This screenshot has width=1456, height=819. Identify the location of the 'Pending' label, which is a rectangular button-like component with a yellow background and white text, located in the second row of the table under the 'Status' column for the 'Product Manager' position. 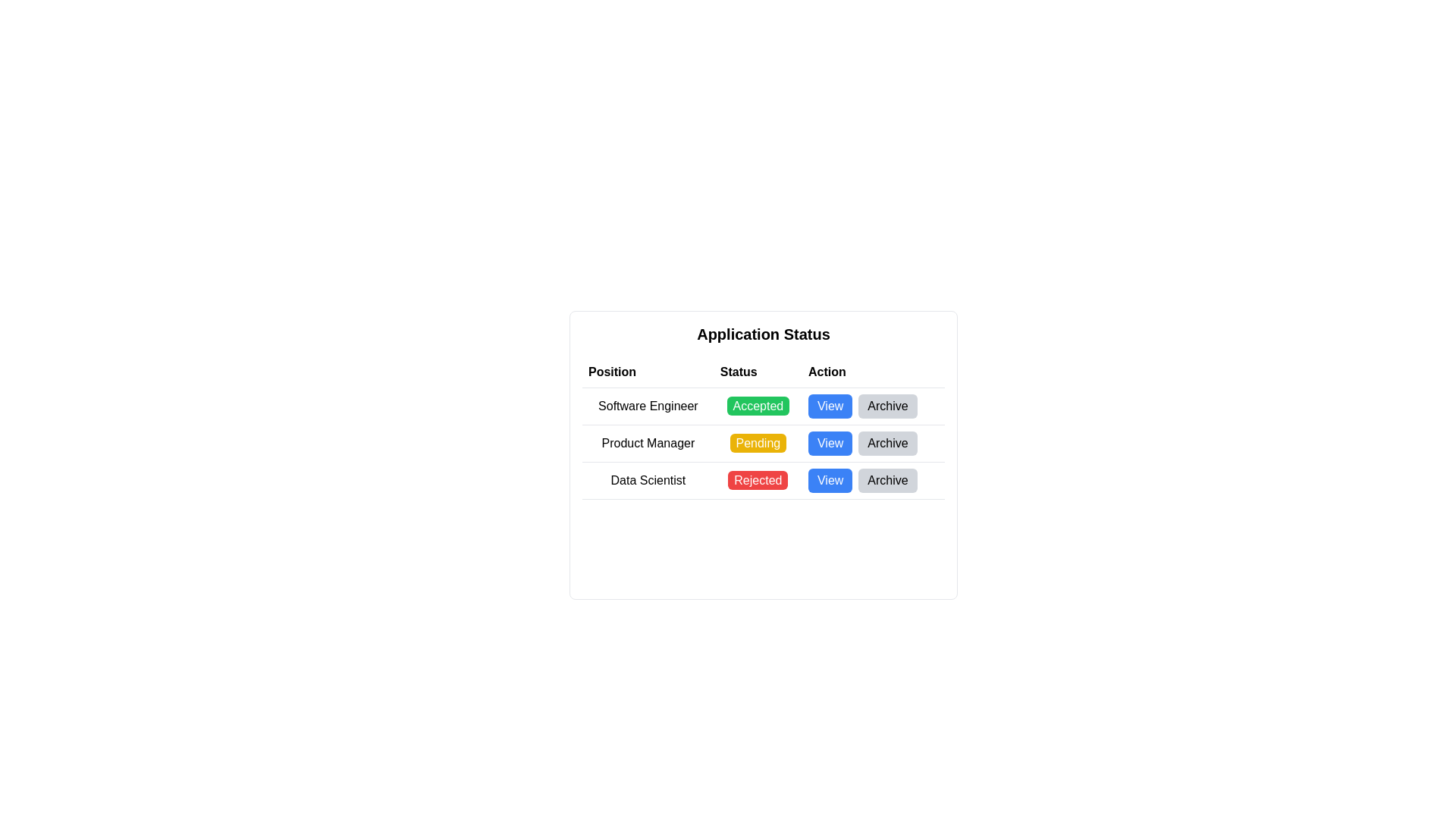
(758, 443).